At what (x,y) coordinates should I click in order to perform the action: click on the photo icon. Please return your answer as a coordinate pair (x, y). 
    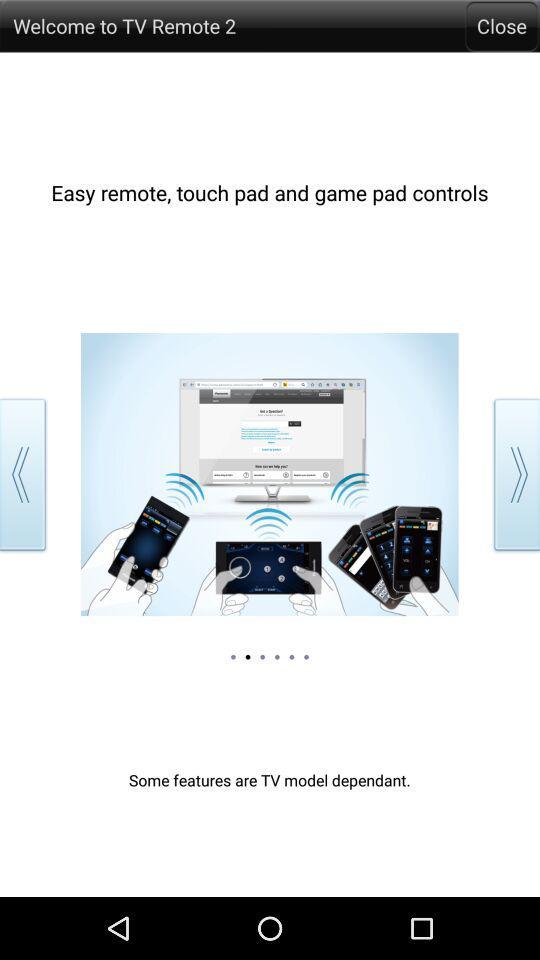
    Looking at the image, I should click on (507, 38).